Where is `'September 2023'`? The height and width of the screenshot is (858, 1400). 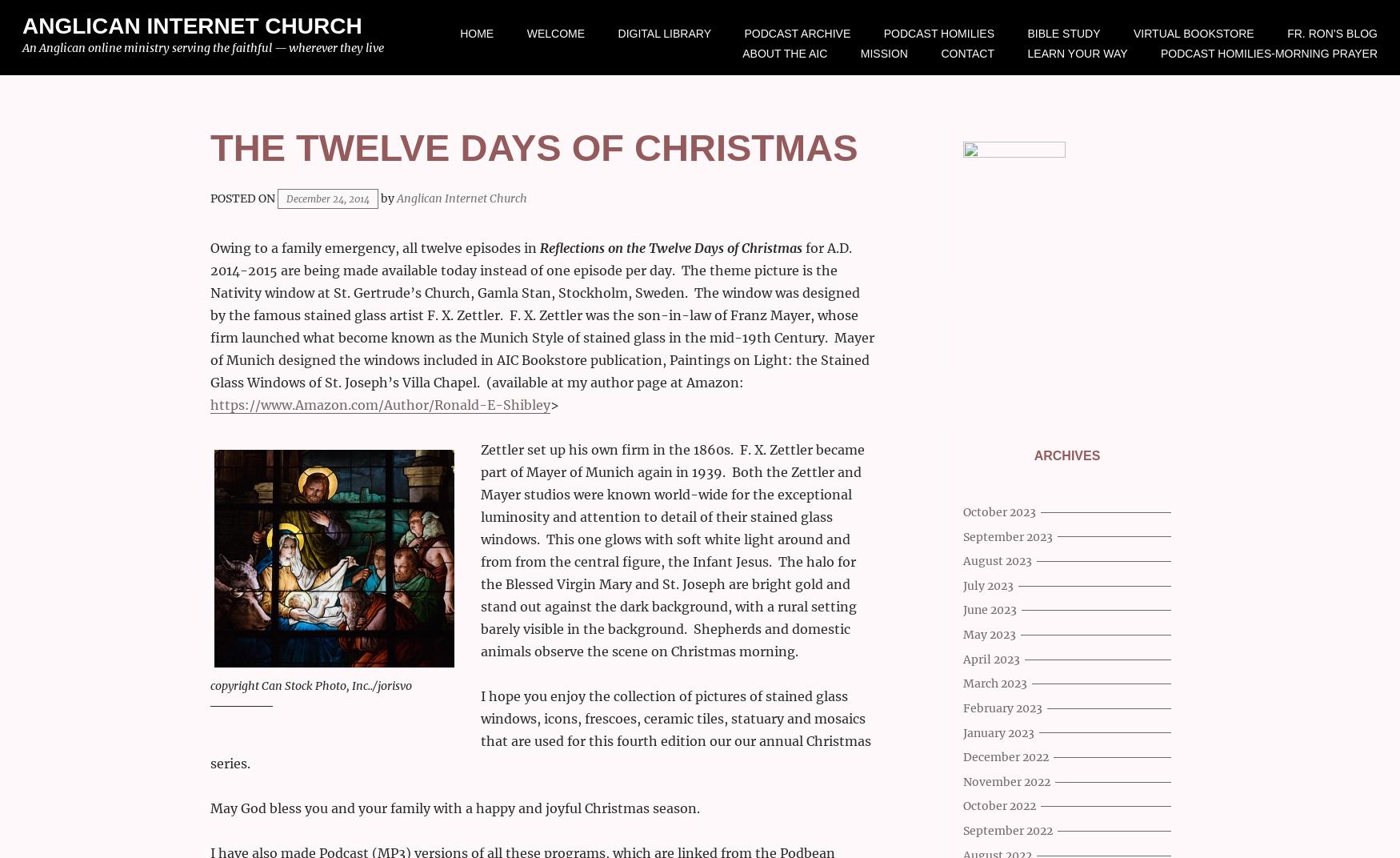 'September 2023' is located at coordinates (1007, 536).